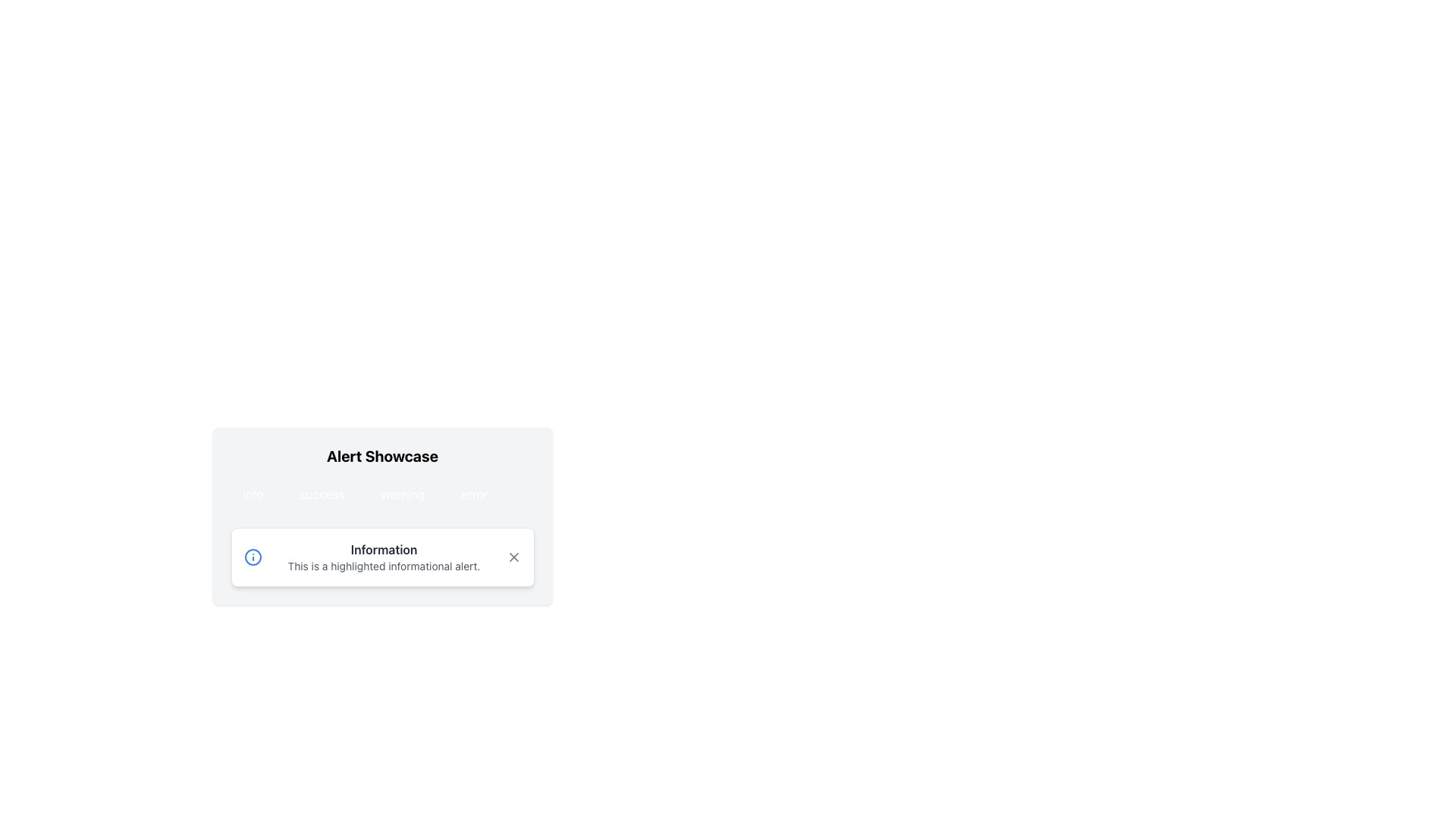  I want to click on the blue-stroked SVG circle element that is part of the information icon on the left side of the notification box, so click(253, 557).